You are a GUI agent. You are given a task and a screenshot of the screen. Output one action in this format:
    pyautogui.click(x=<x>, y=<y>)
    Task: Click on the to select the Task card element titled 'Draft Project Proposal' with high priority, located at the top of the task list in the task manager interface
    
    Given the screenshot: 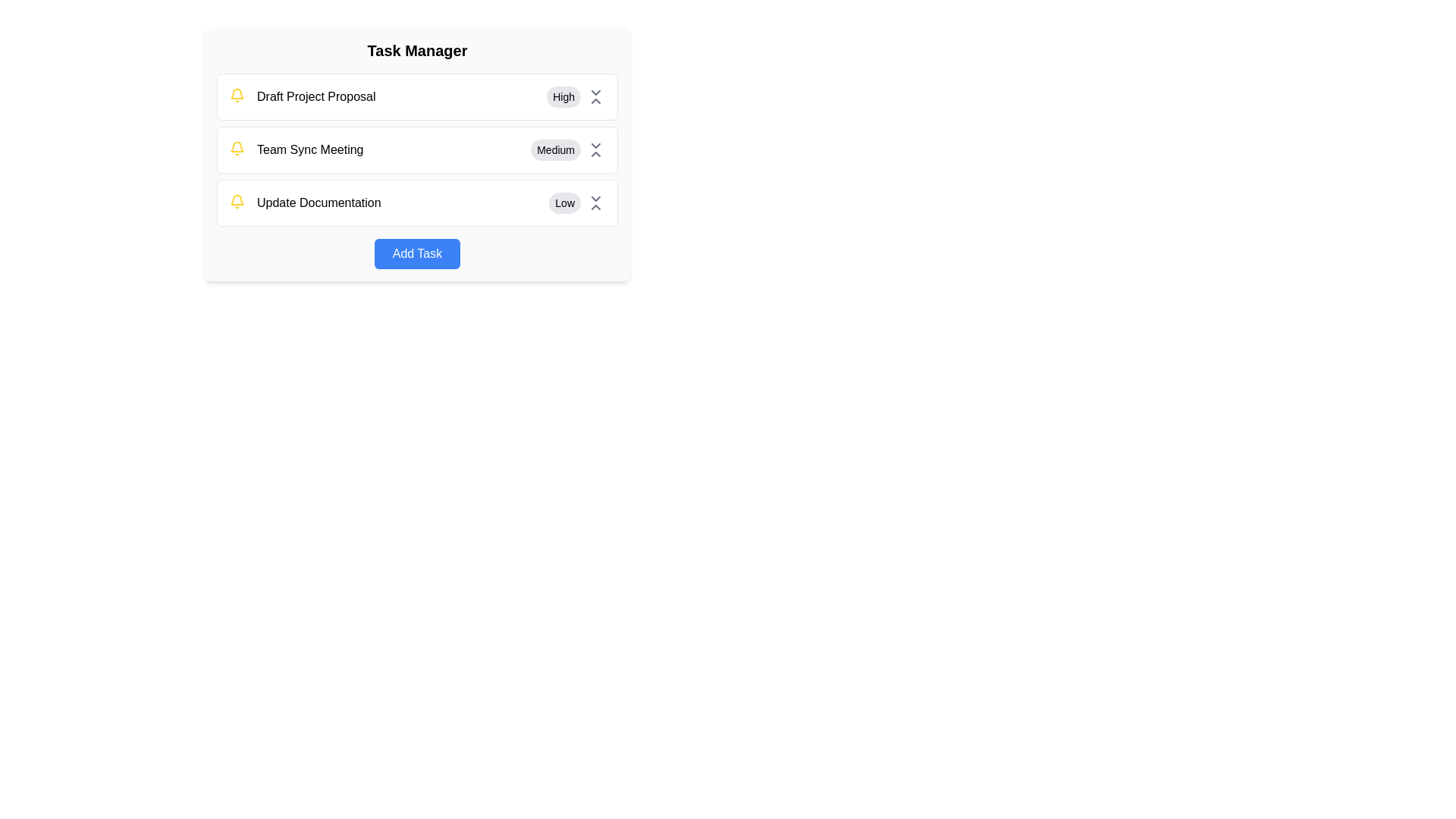 What is the action you would take?
    pyautogui.click(x=417, y=96)
    